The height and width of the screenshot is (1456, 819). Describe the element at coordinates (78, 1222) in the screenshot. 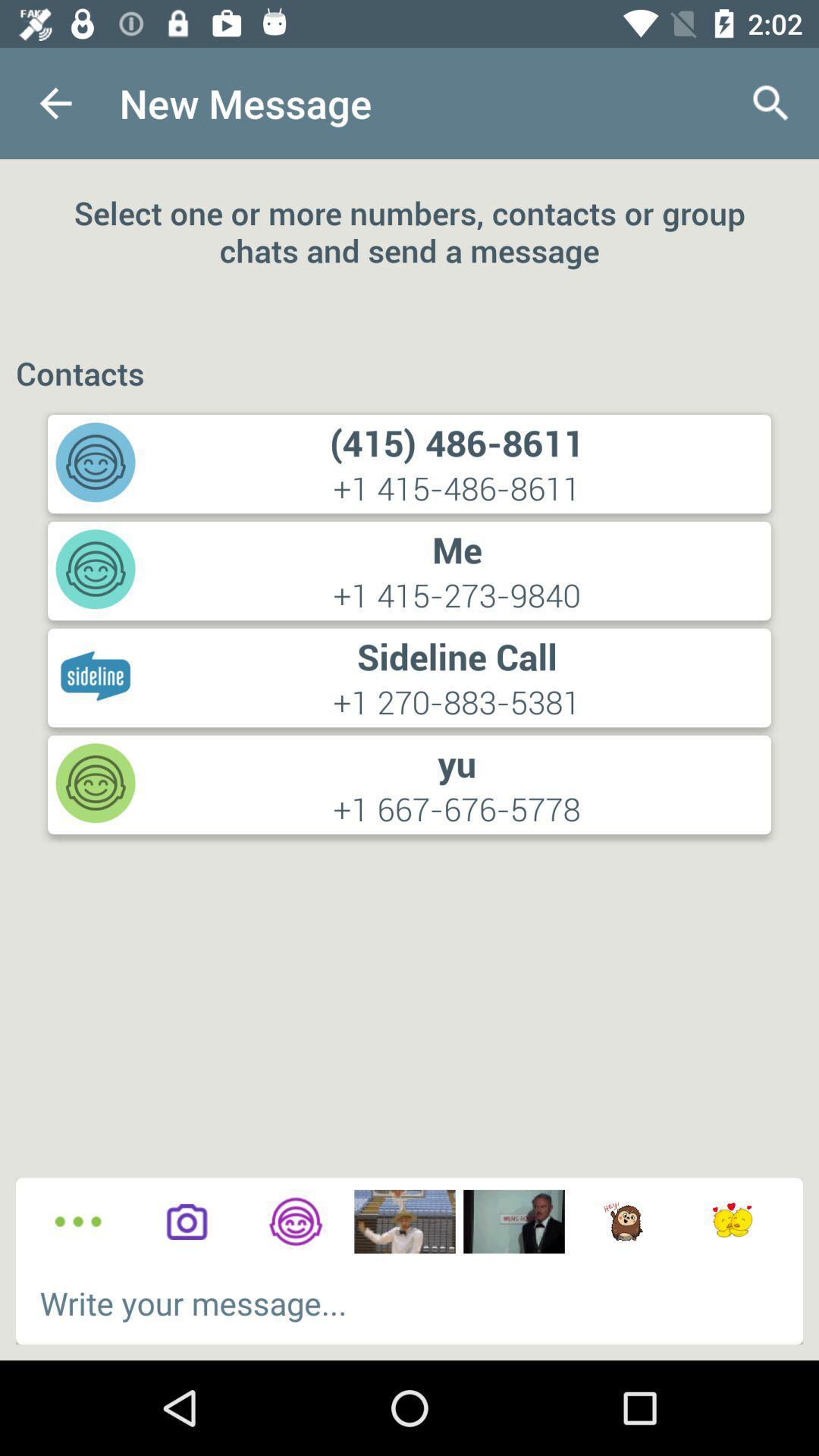

I see `more options to attach to your message` at that location.